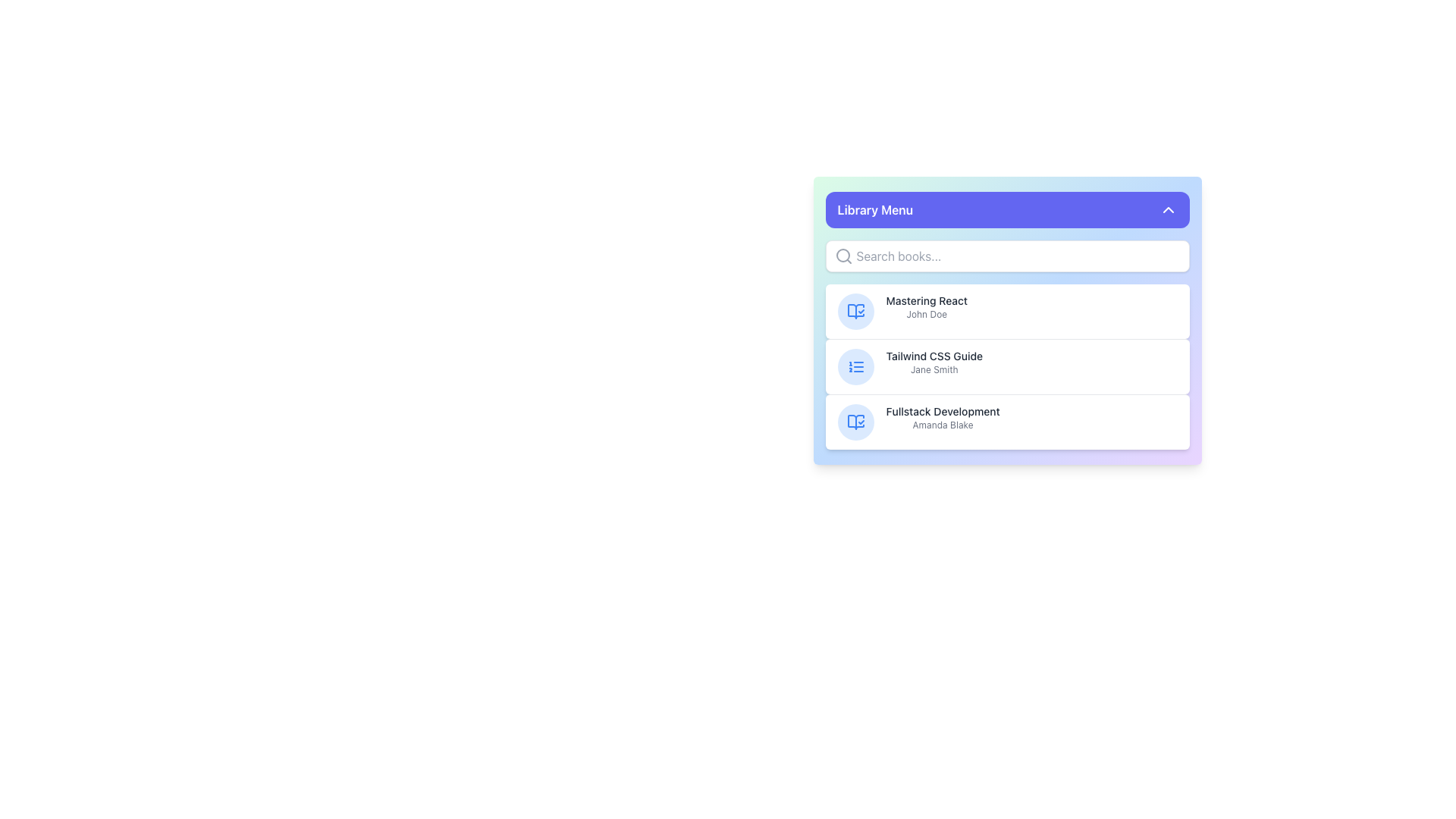 This screenshot has height=819, width=1456. Describe the element at coordinates (843, 256) in the screenshot. I see `the search icon, which resembles a magnifying glass and is located on the left side of the text input field within the Library Menu component` at that location.